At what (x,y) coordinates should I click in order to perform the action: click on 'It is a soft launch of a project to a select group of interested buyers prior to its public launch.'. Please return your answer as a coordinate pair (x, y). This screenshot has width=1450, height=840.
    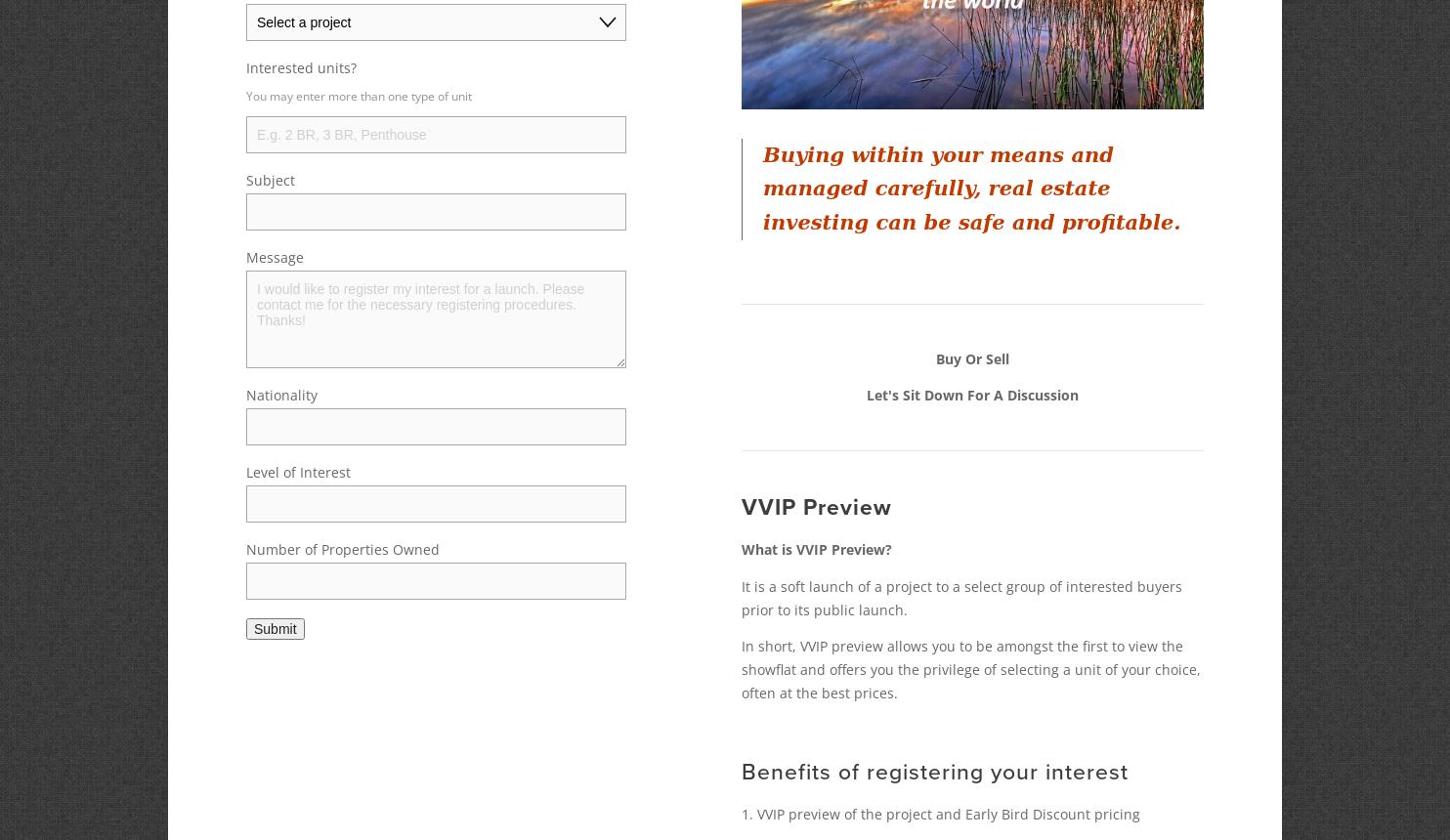
    Looking at the image, I should click on (962, 596).